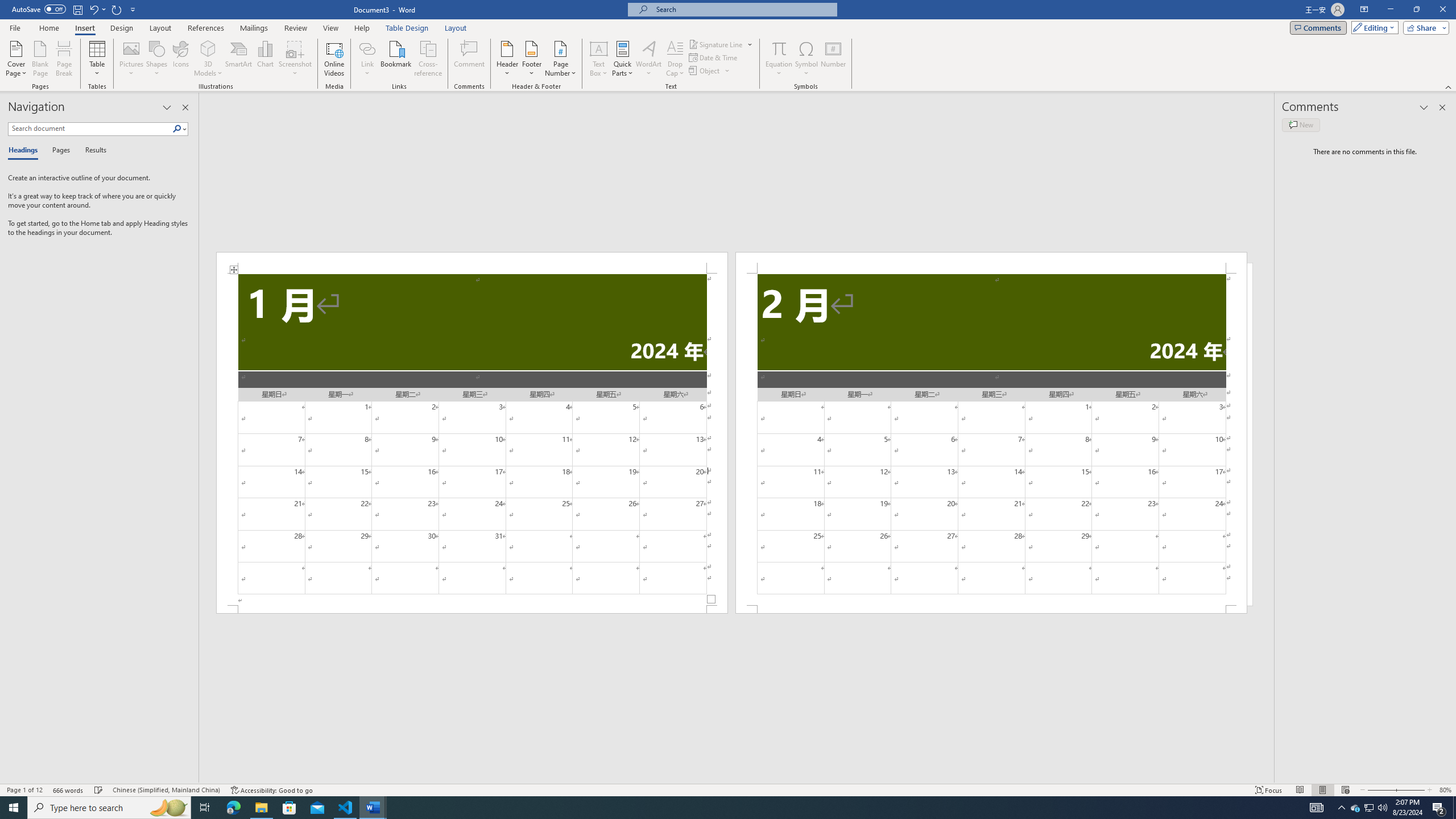  Describe the element at coordinates (507, 59) in the screenshot. I see `'Header'` at that location.